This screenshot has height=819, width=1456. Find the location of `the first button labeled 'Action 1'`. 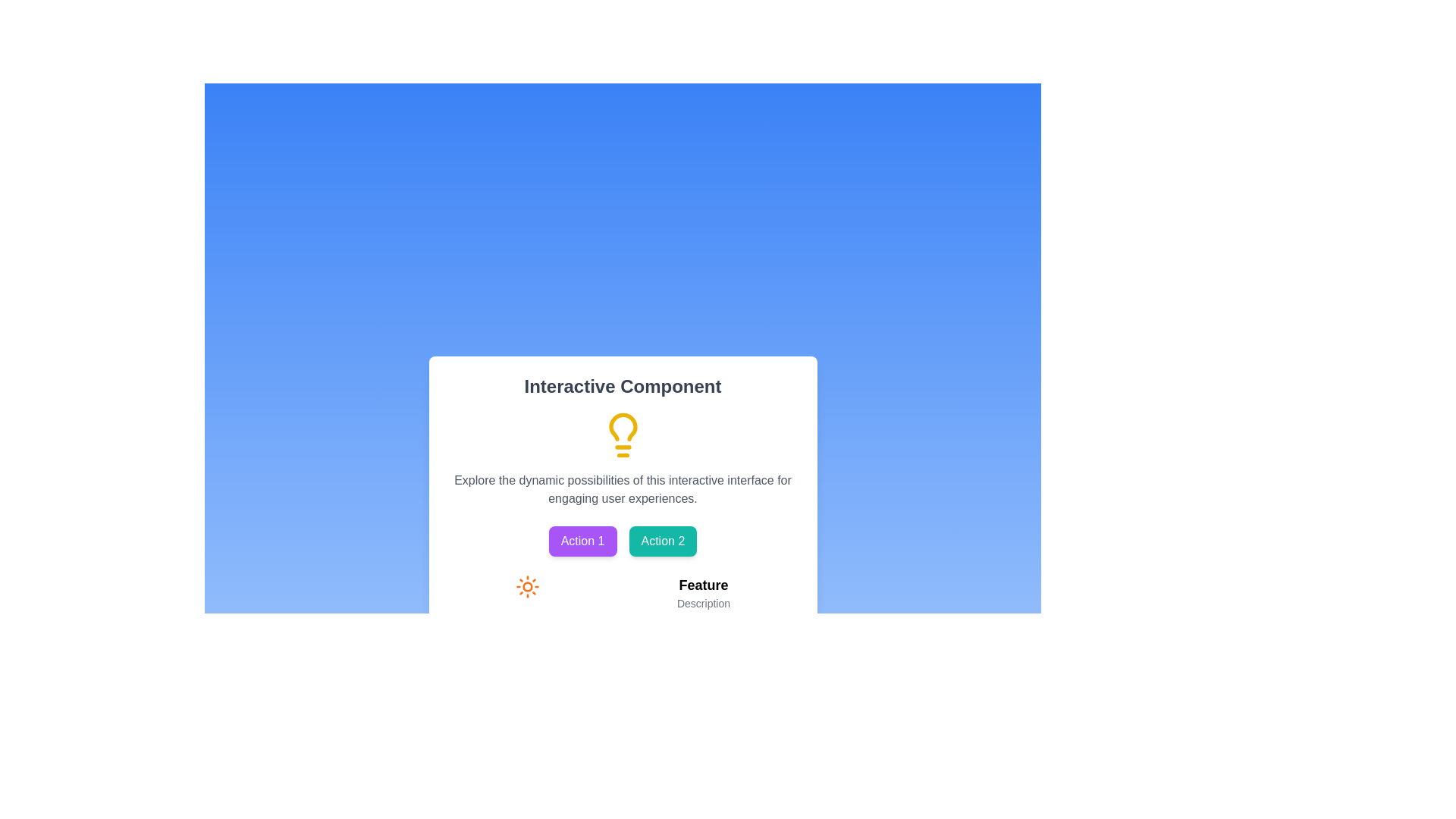

the first button labeled 'Action 1' is located at coordinates (582, 540).